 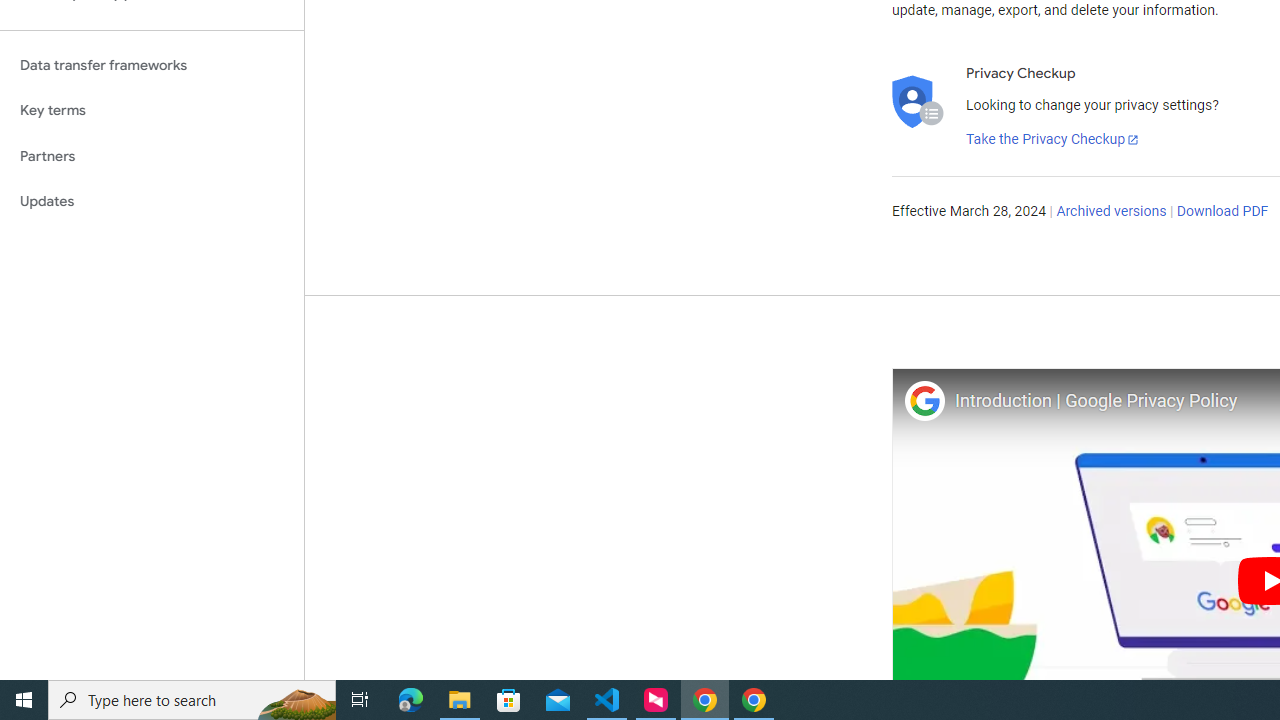 I want to click on 'Partners', so click(x=151, y=155).